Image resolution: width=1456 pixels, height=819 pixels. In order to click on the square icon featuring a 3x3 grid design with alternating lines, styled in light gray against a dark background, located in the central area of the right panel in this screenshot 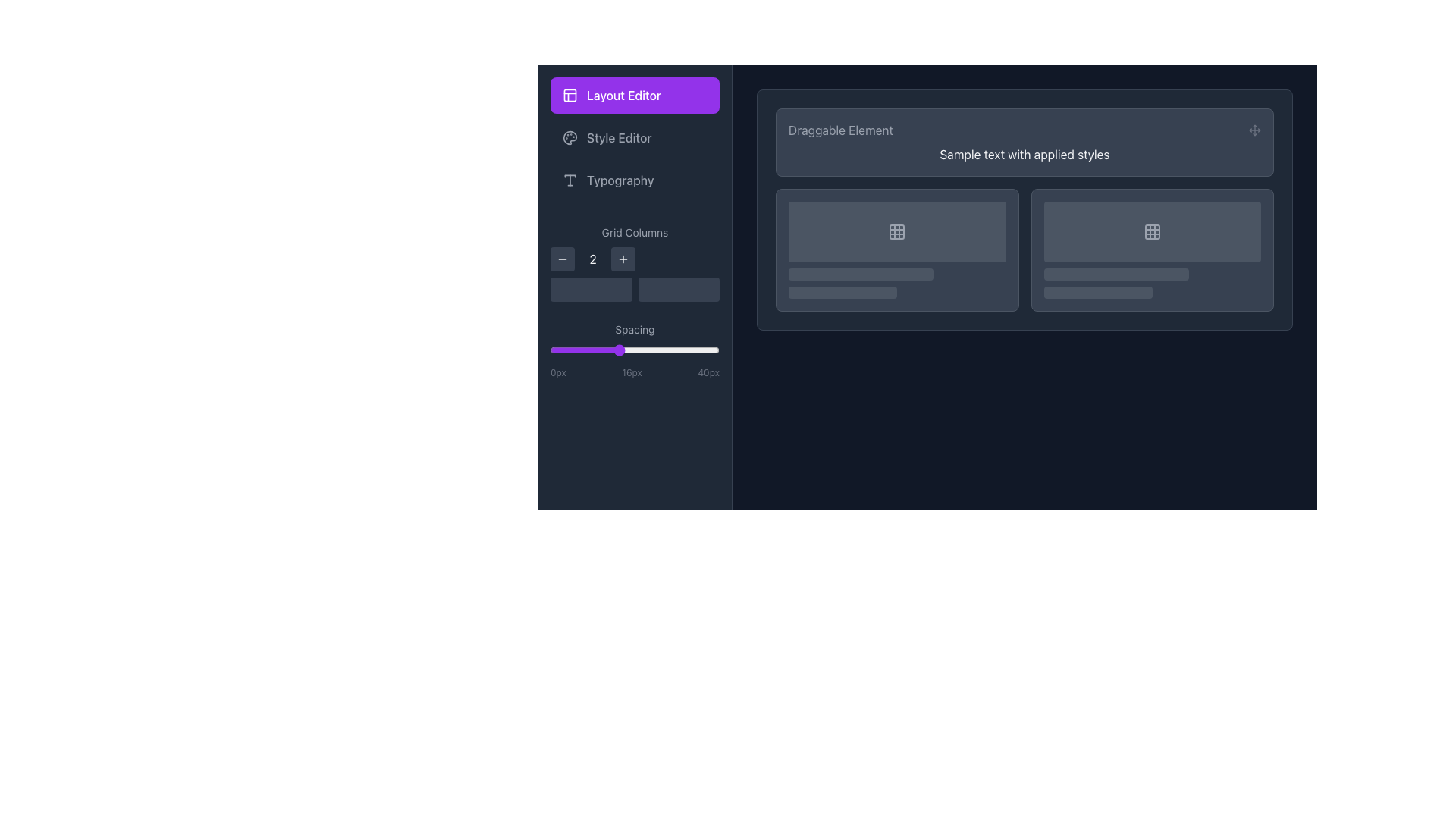, I will do `click(897, 231)`.